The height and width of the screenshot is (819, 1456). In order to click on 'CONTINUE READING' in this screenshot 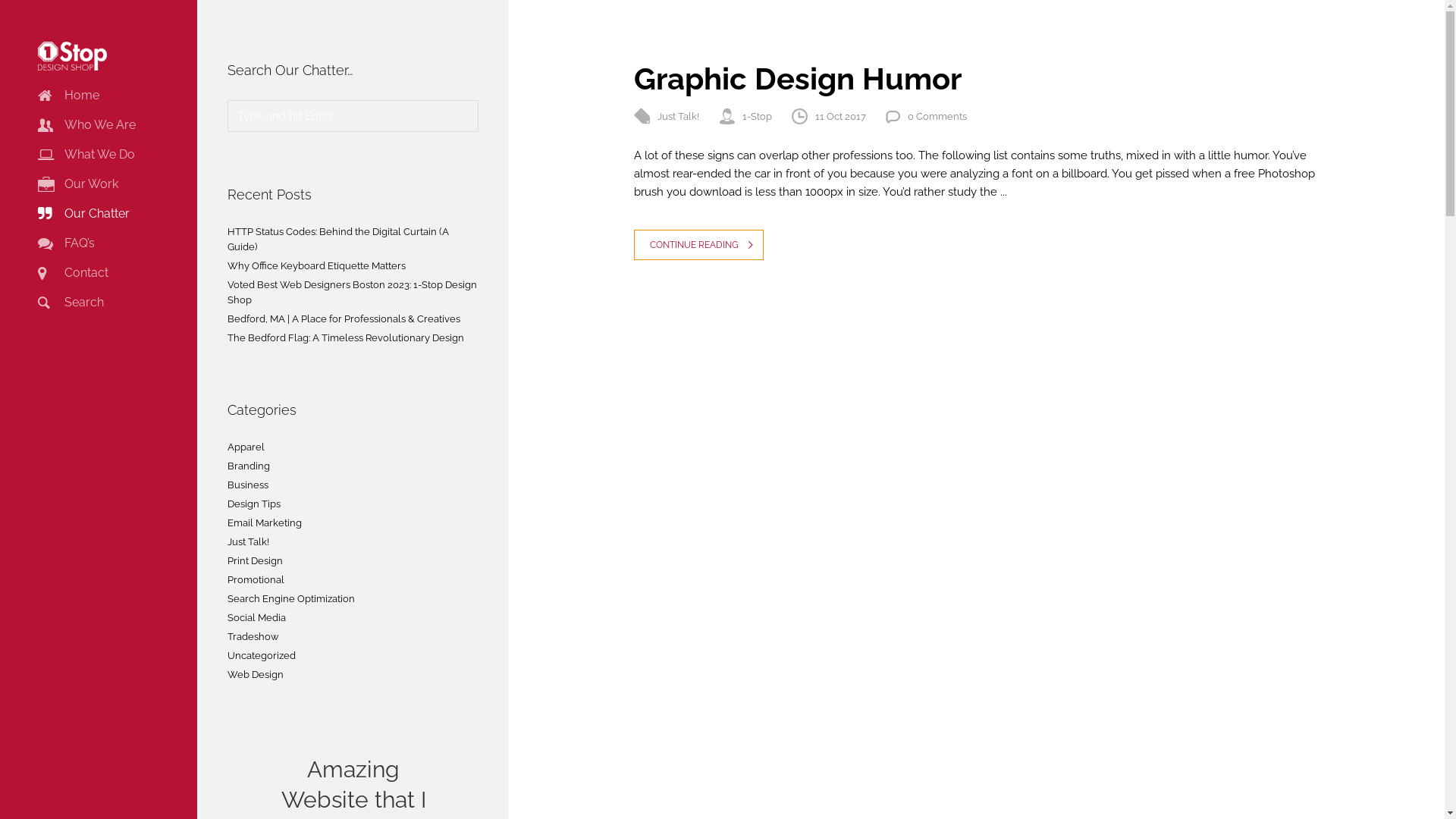, I will do `click(698, 244)`.